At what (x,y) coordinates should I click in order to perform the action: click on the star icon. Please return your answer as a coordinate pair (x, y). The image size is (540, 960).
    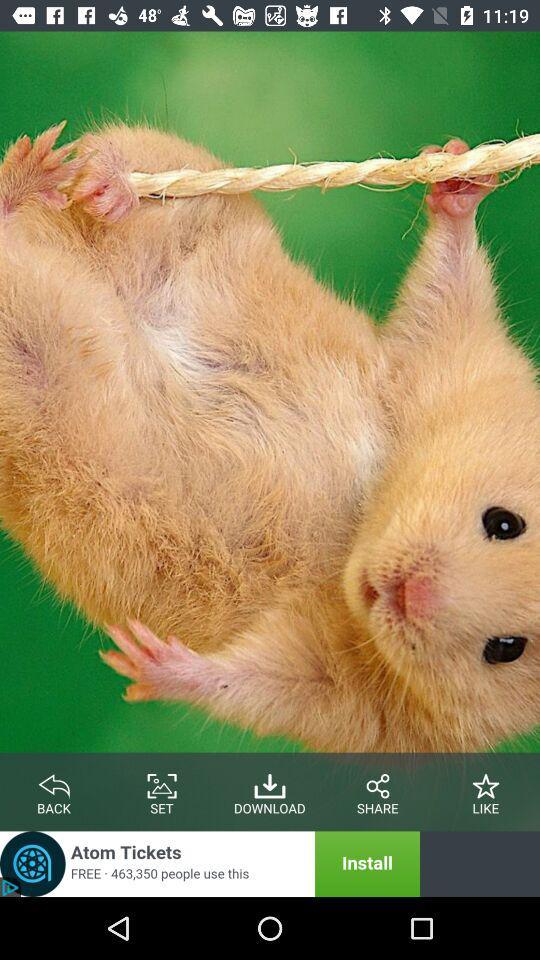
    Looking at the image, I should click on (485, 782).